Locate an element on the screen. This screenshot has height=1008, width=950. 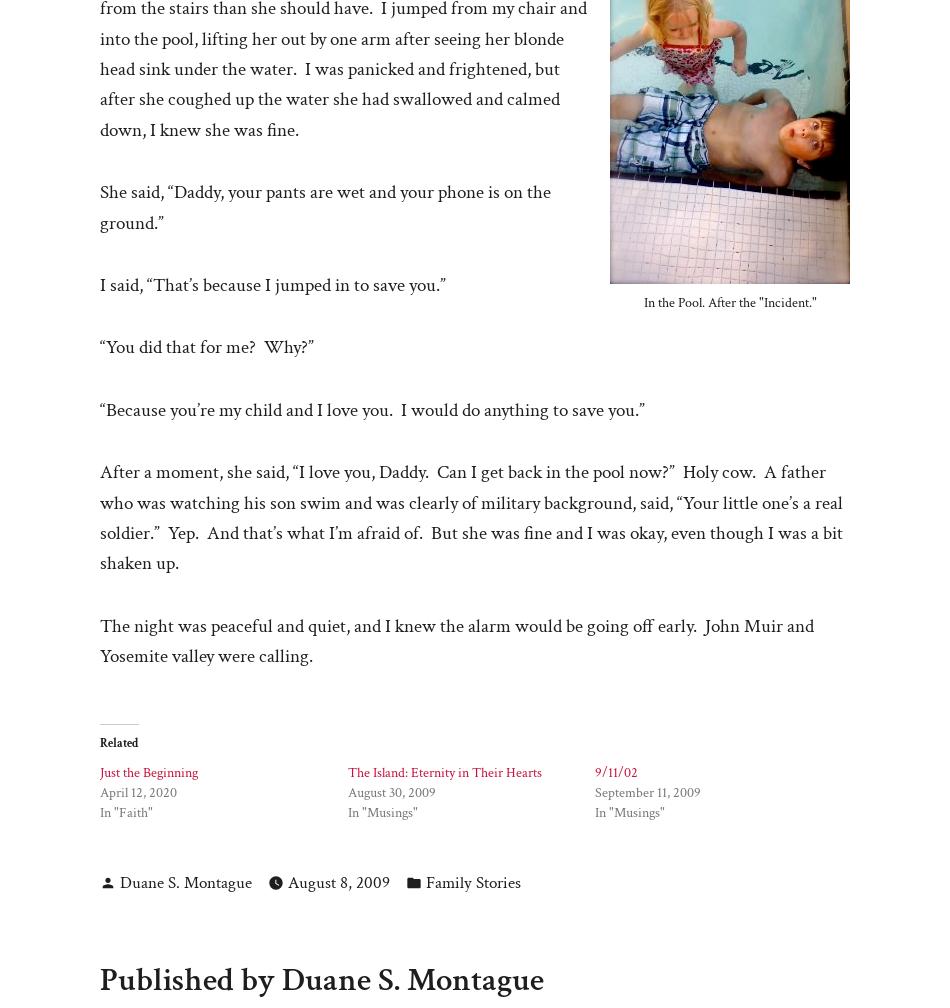
'After a moment, she said, “I love you, Daddy.  Can I get back in the pool now?”  Holy cow.  A father who was watching his son swim and was clearly of military background, said, “Your little one’s a real soldier.”  Yep.  And that’s what I’m afraid of.  But she was fine and I was okay, even though I was a bit shaken up.' is located at coordinates (470, 518).